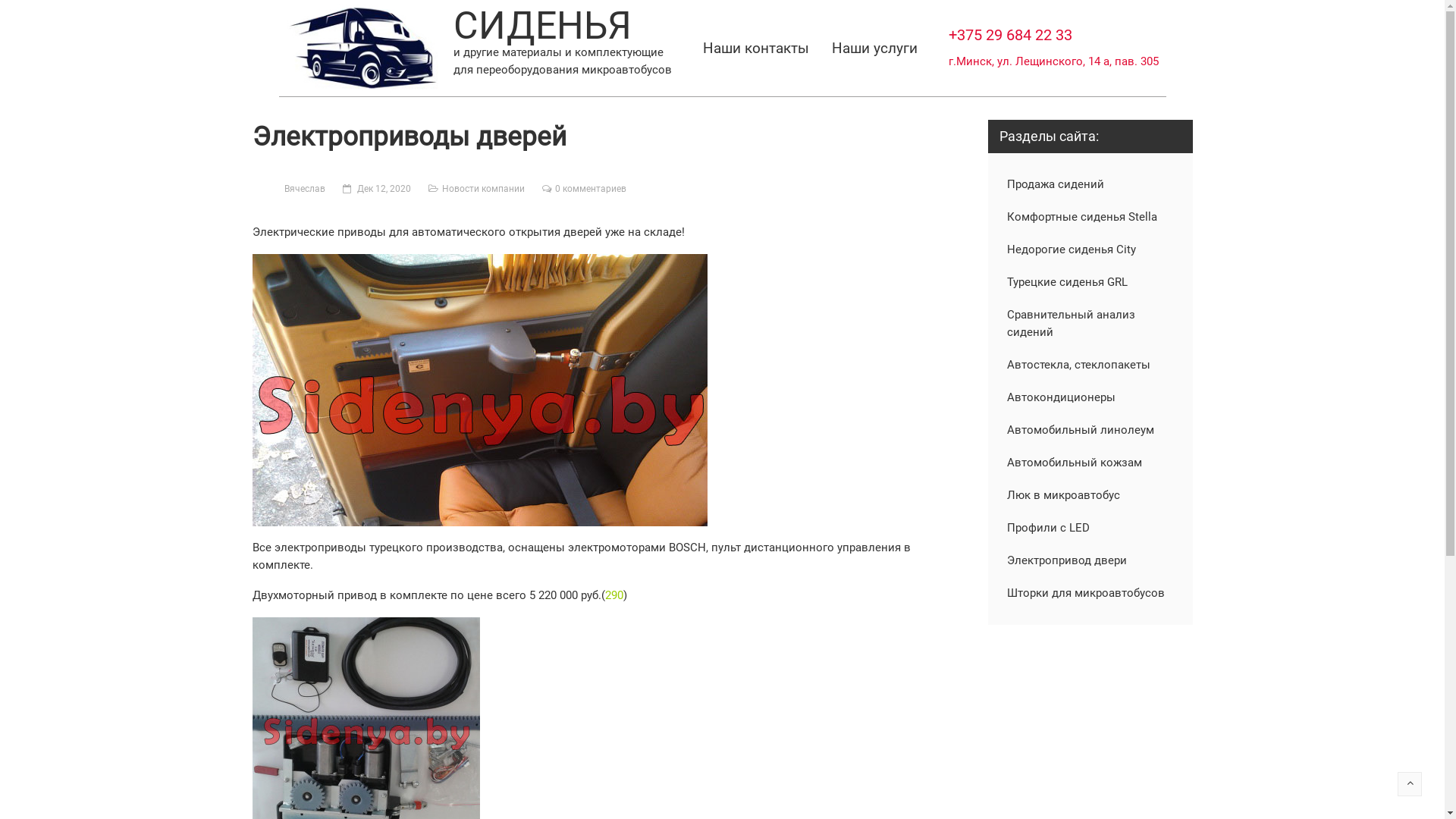 The width and height of the screenshot is (1456, 819). Describe the element at coordinates (1009, 34) in the screenshot. I see `'+375 29 684 22 33'` at that location.